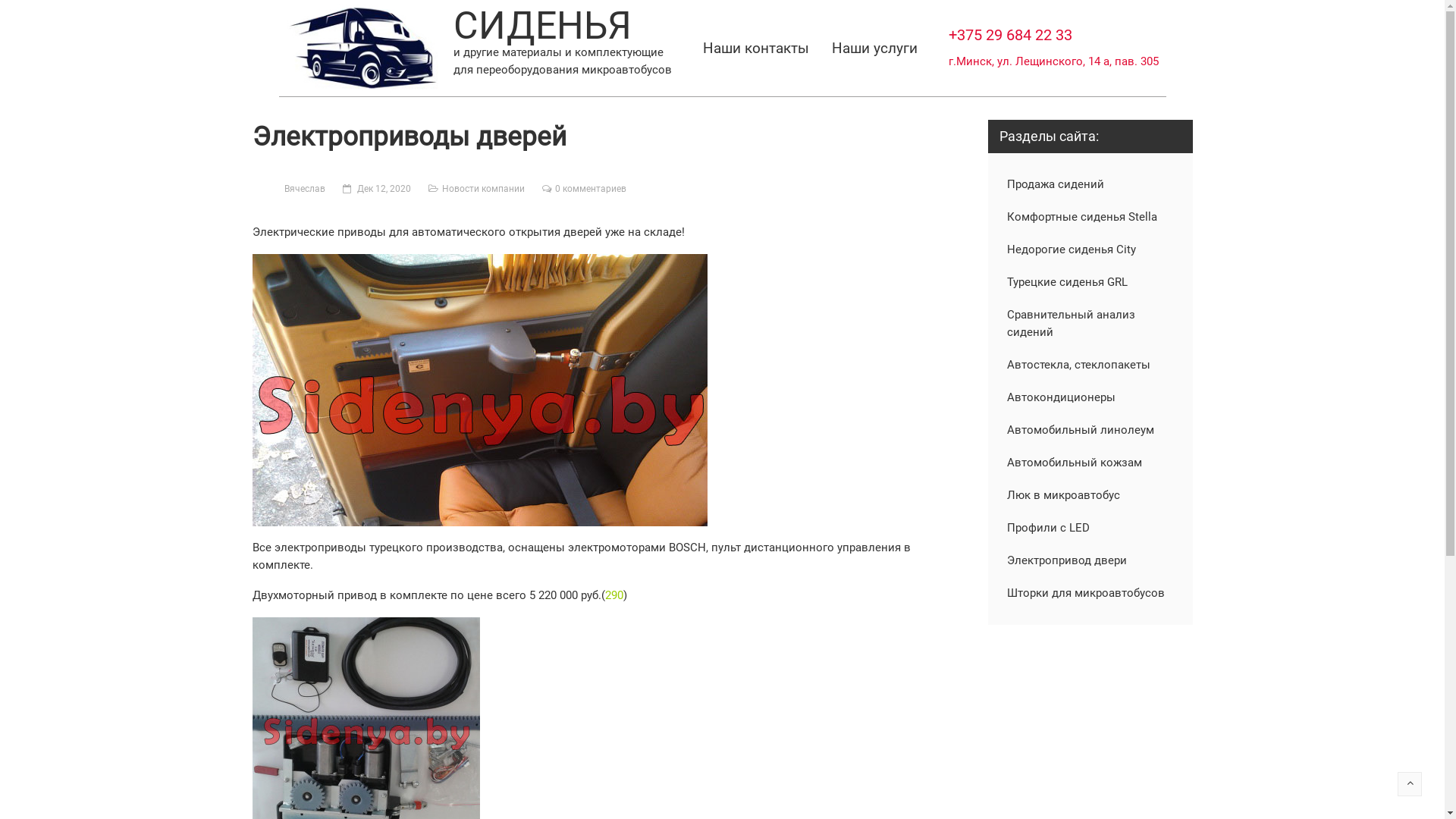 The width and height of the screenshot is (1456, 819). Describe the element at coordinates (1009, 34) in the screenshot. I see `'+375 29 684 22 33'` at that location.